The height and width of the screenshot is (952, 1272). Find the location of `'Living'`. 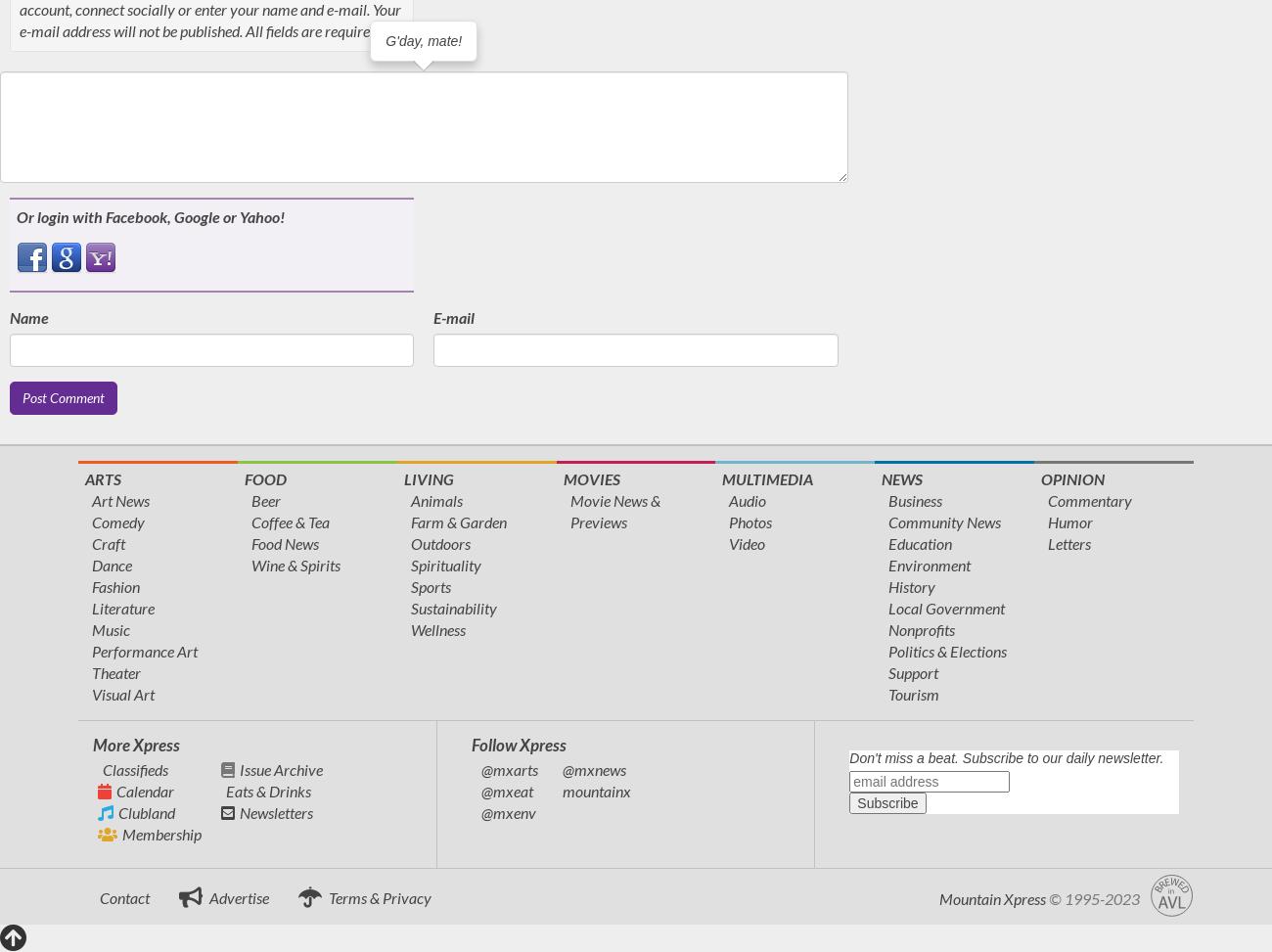

'Living' is located at coordinates (427, 476).